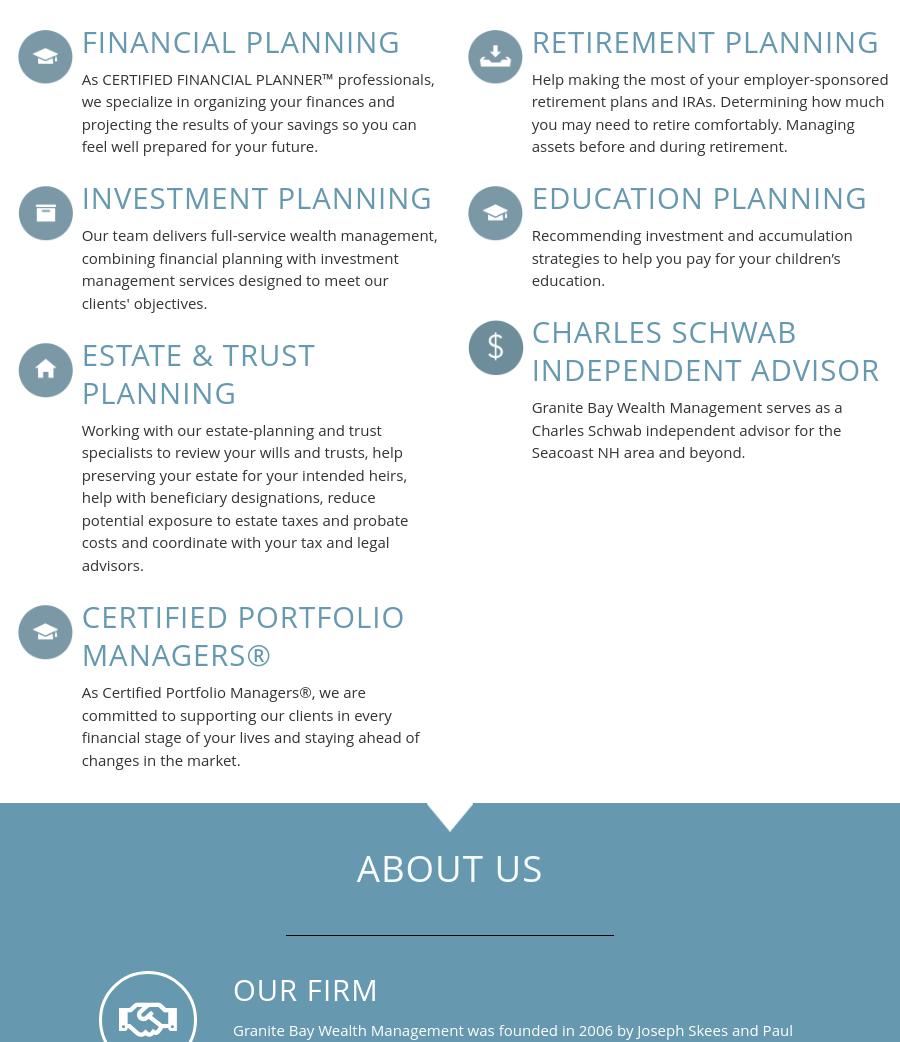 Image resolution: width=900 pixels, height=1042 pixels. What do you see at coordinates (304, 990) in the screenshot?
I see `'OUR FIRM'` at bounding box center [304, 990].